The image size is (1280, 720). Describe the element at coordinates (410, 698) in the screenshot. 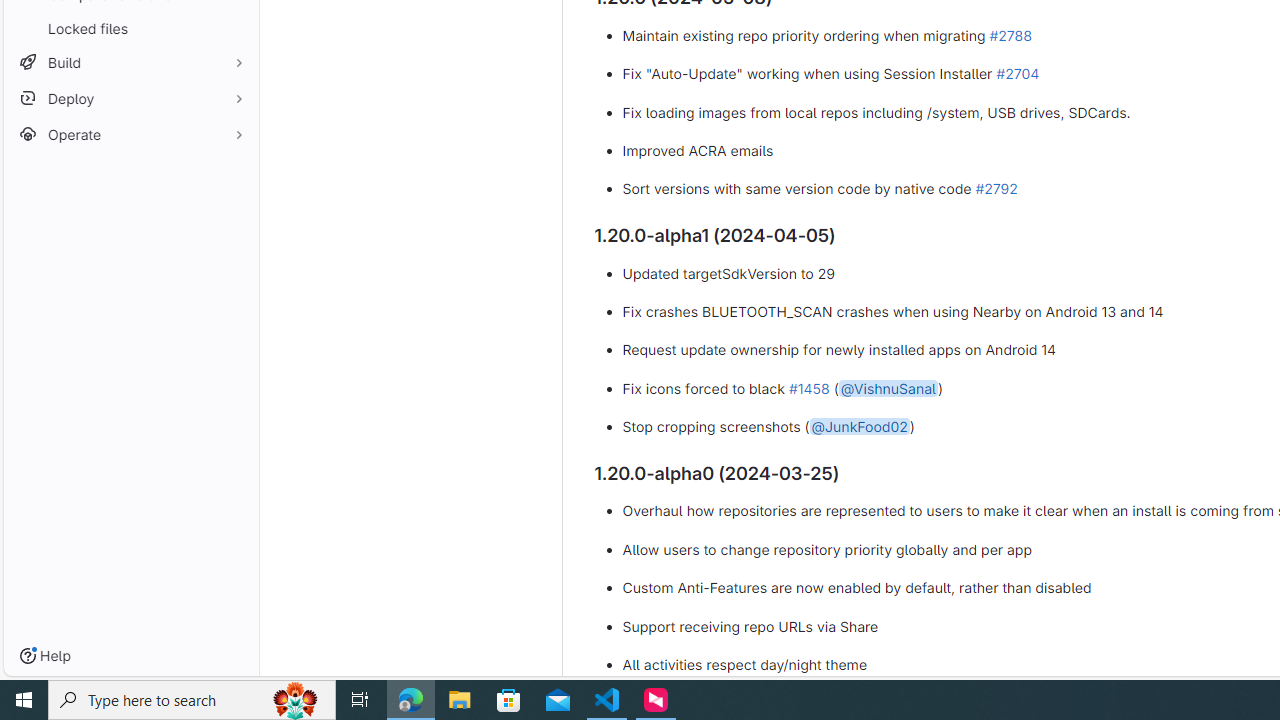

I see `'Microsoft Edge - 1 running window'` at that location.